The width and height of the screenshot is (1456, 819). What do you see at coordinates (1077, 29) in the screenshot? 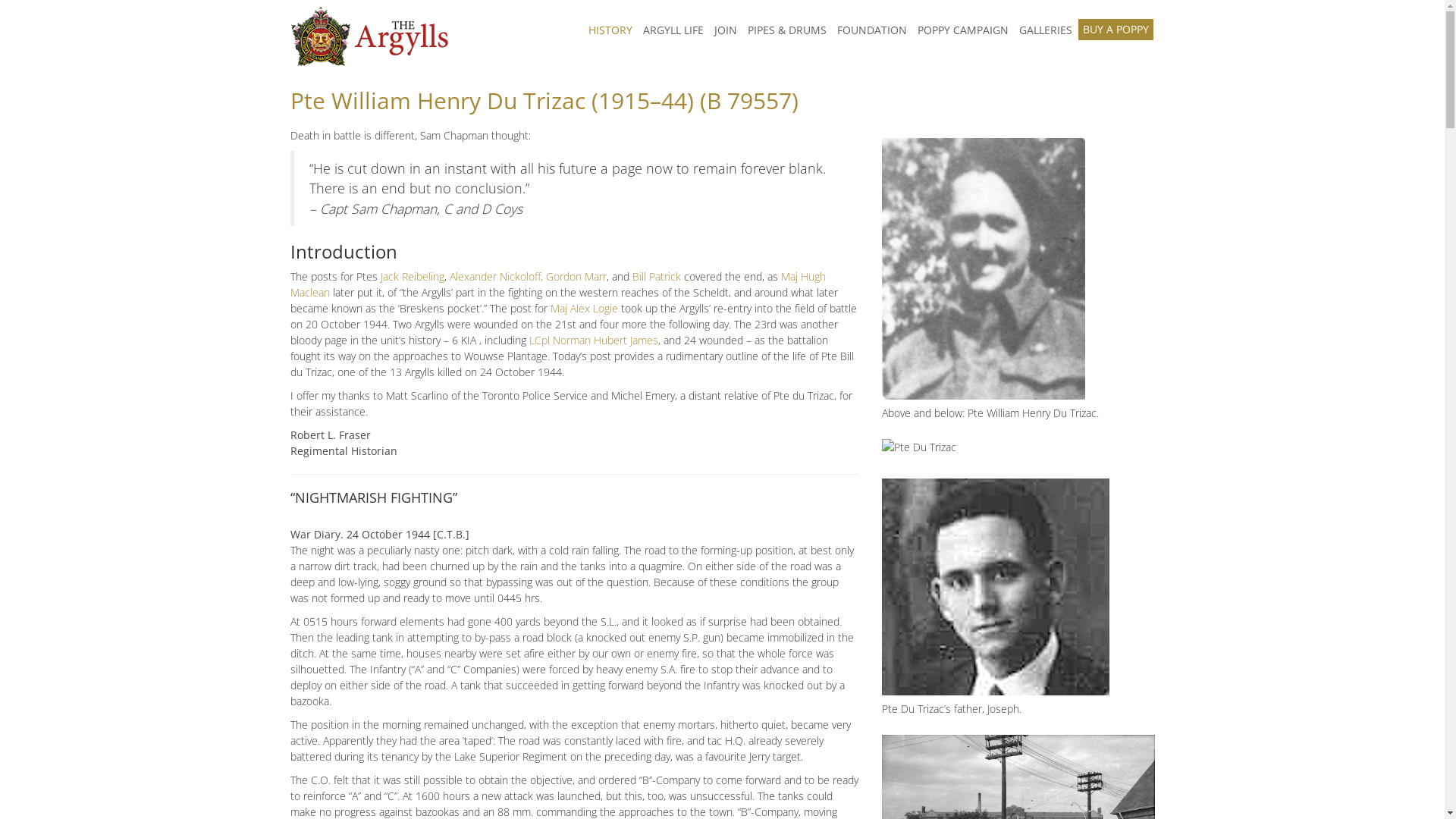
I see `'BUY A POPPY'` at bounding box center [1077, 29].